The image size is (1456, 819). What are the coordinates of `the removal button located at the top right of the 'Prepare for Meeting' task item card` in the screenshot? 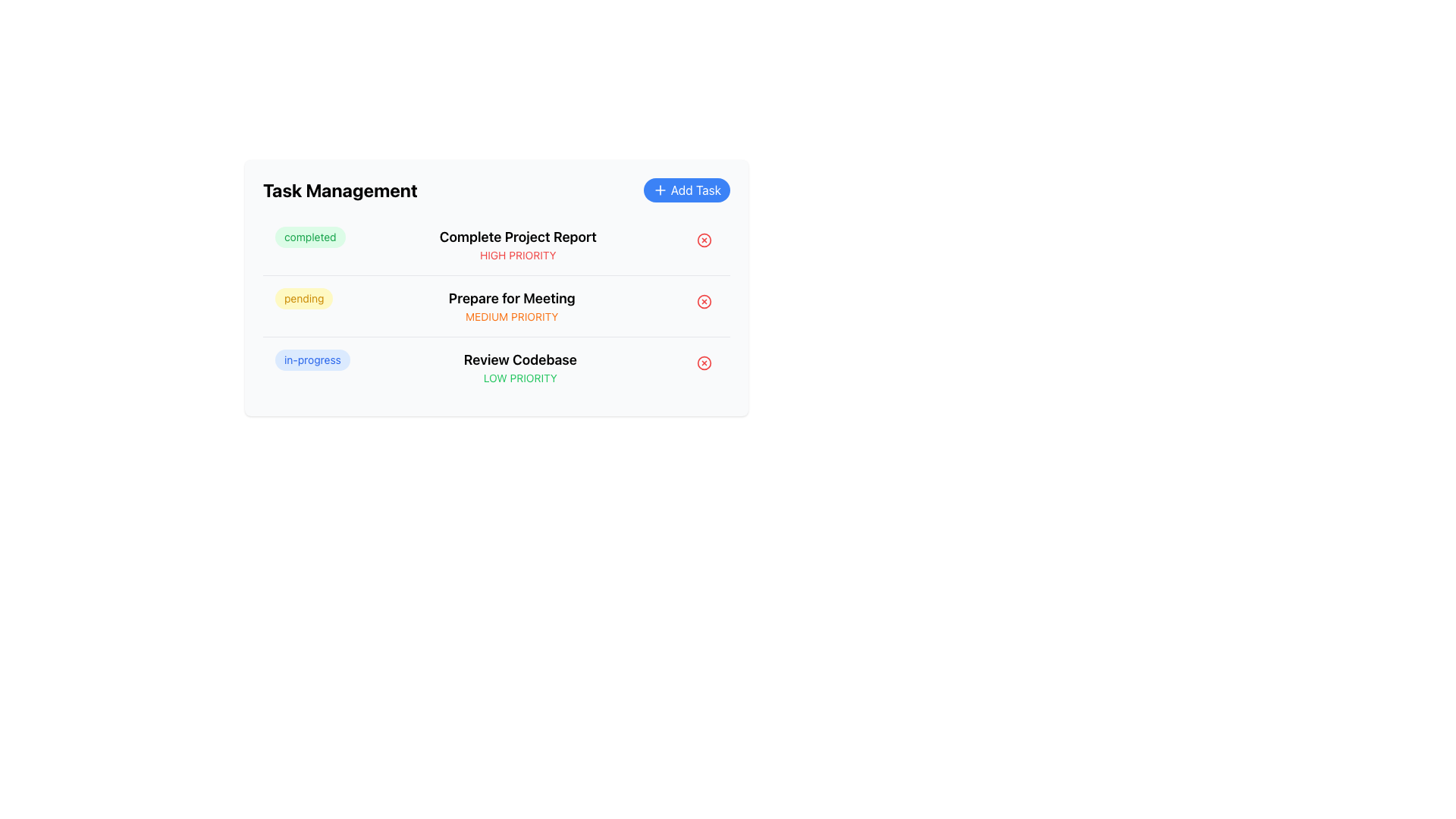 It's located at (704, 301).